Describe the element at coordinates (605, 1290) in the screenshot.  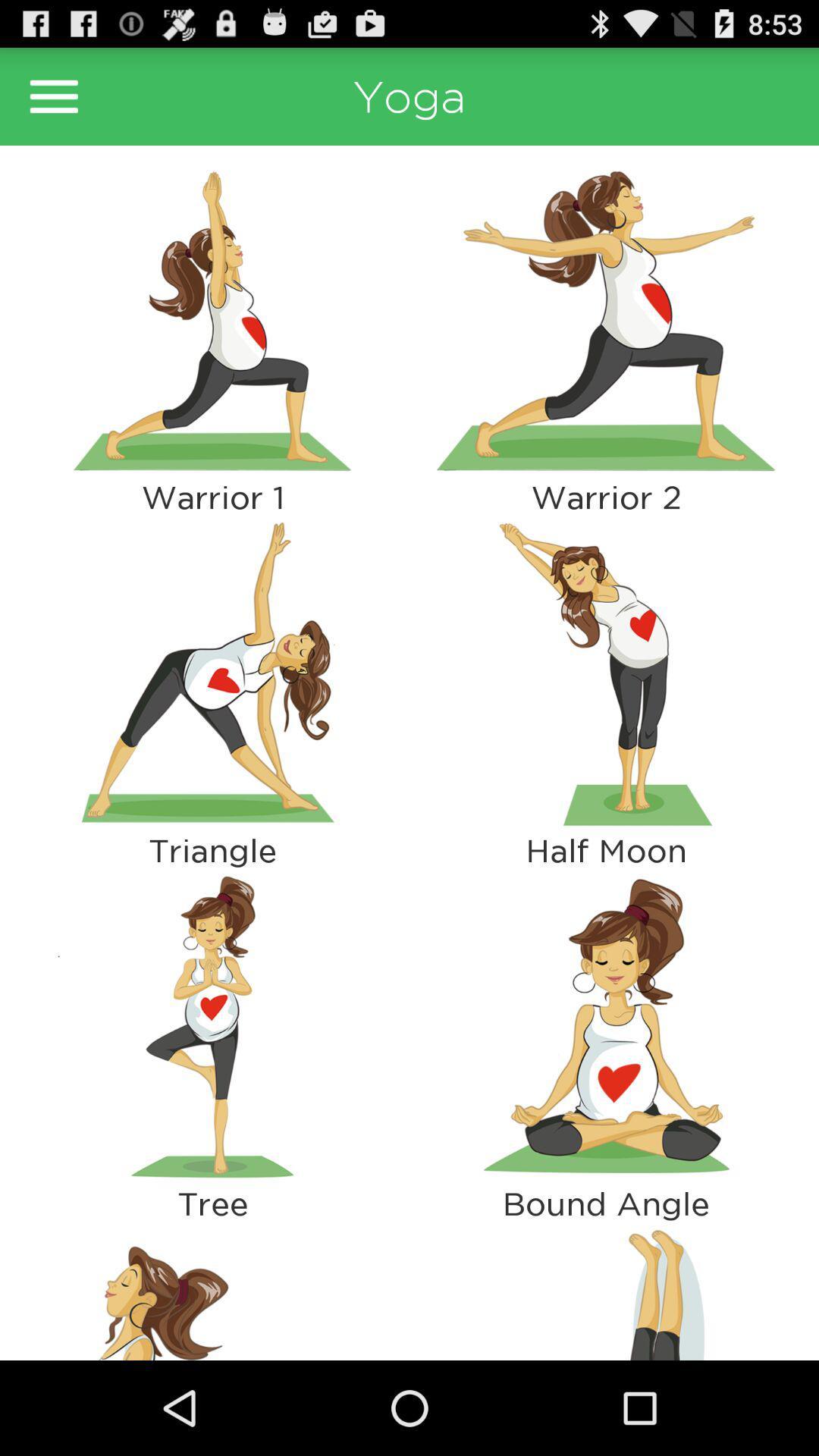
I see `the app next to tree` at that location.